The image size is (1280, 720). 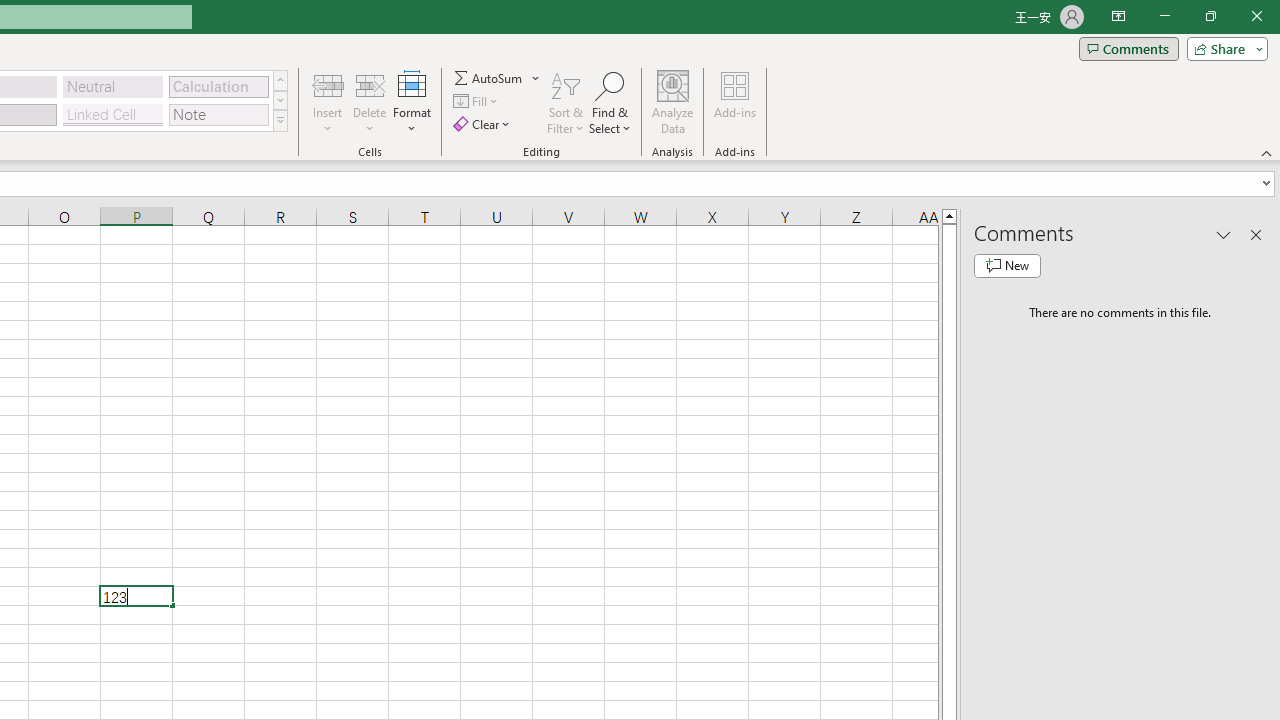 I want to click on 'AutoSum', so click(x=497, y=77).